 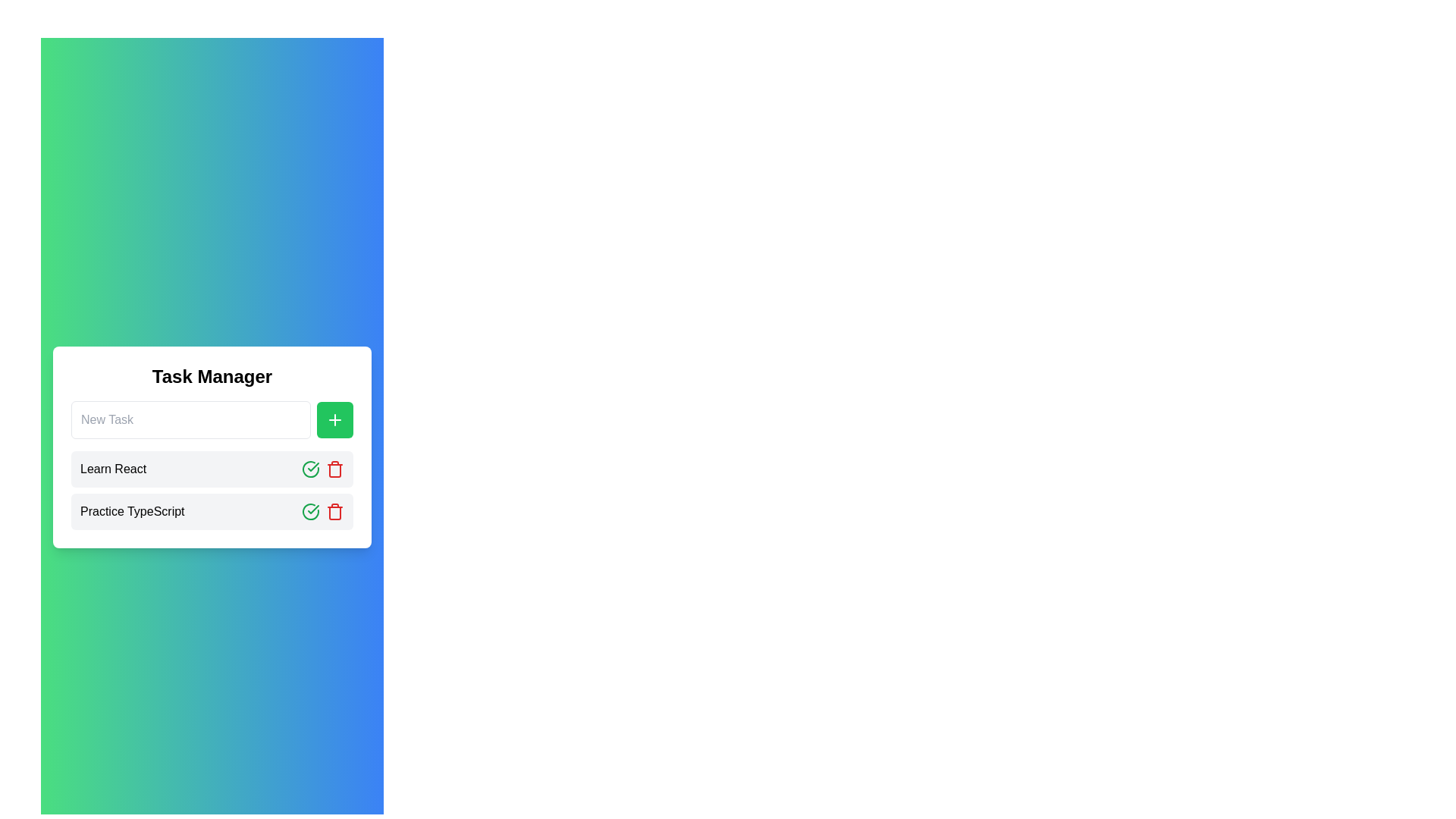 I want to click on the completion icon button located in the bottom right corner of the 'Practice TypeScript' task row, so click(x=309, y=468).